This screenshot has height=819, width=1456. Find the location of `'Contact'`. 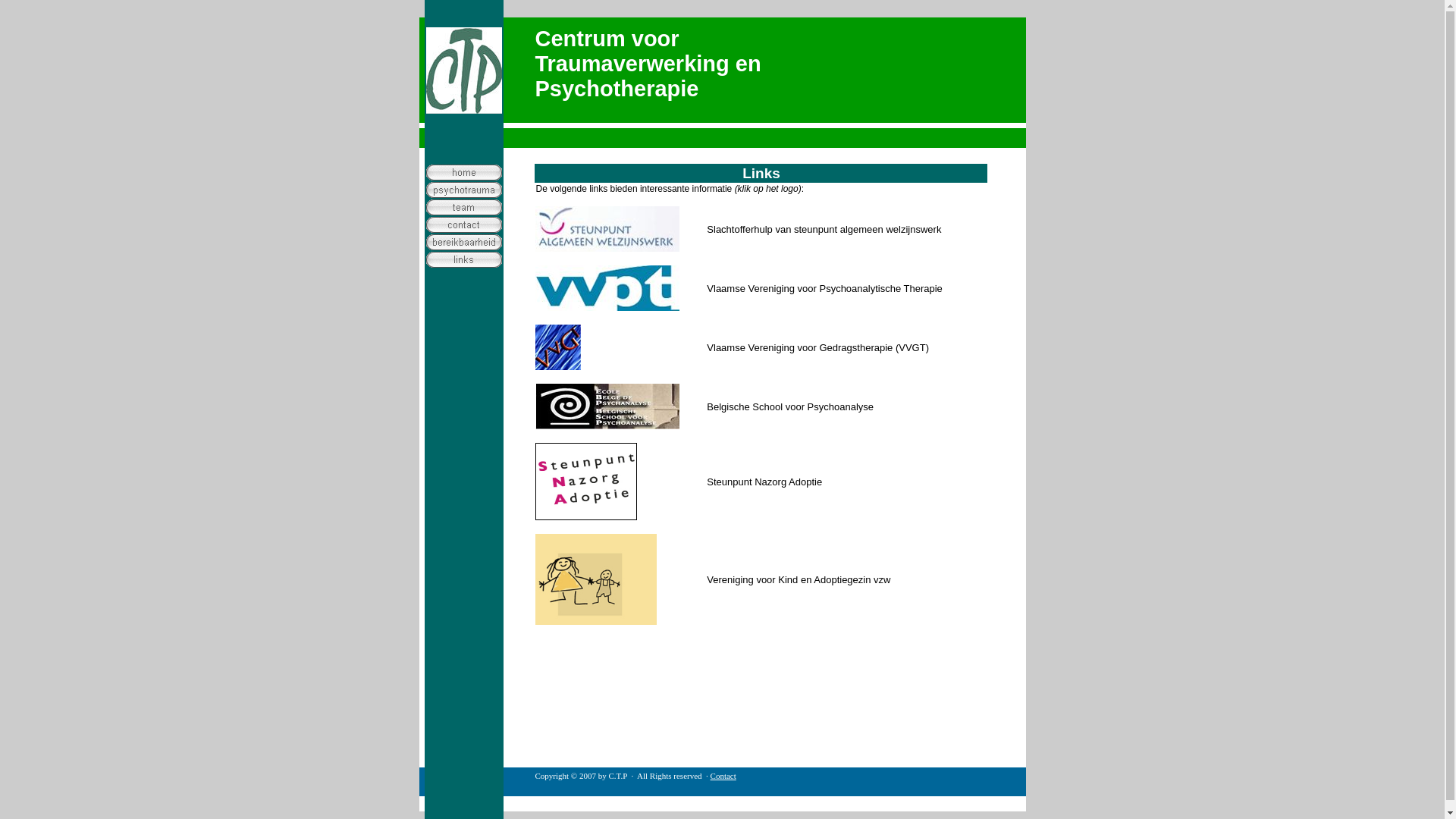

'Contact' is located at coordinates (723, 775).